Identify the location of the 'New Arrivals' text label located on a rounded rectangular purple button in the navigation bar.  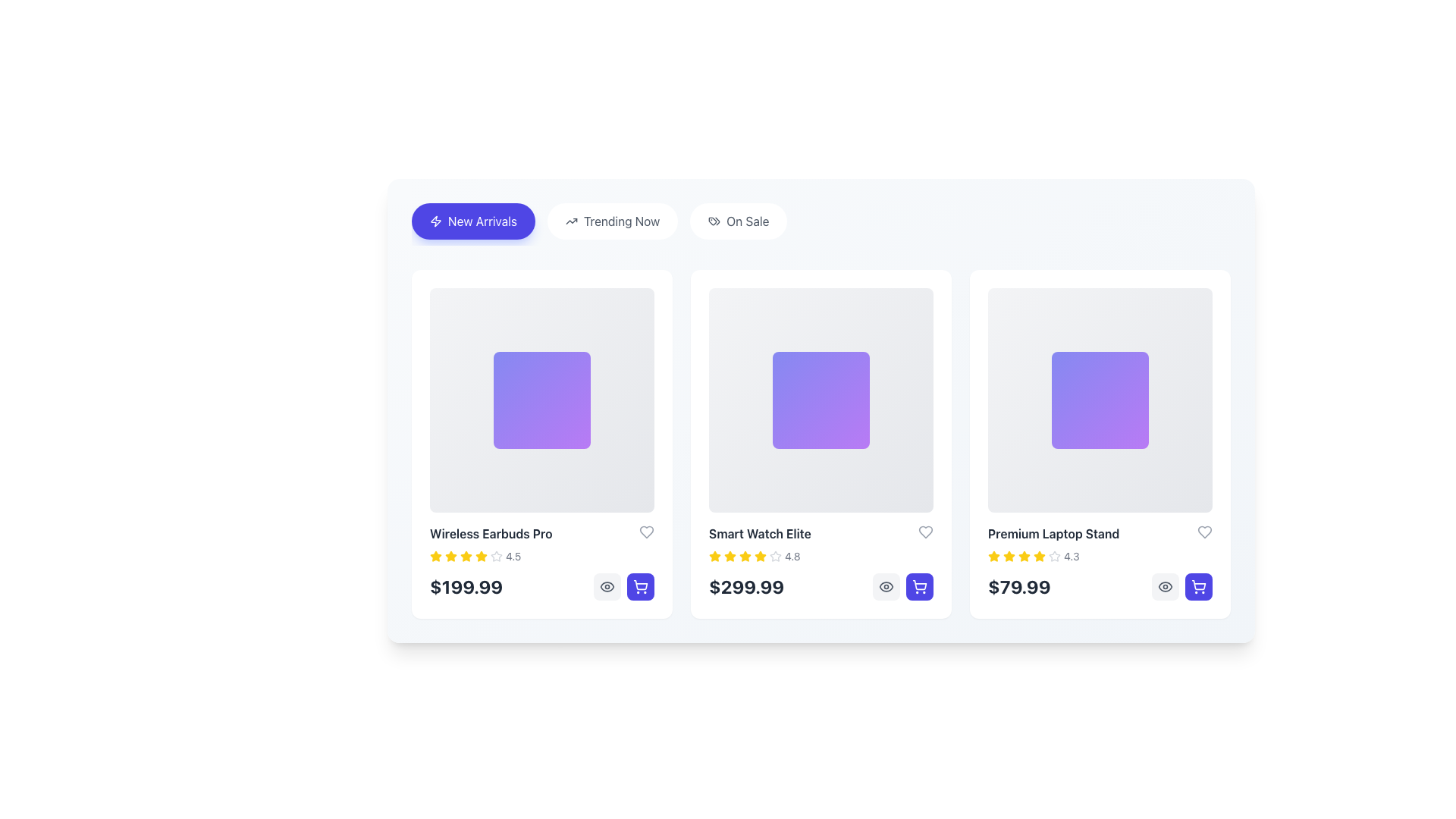
(482, 221).